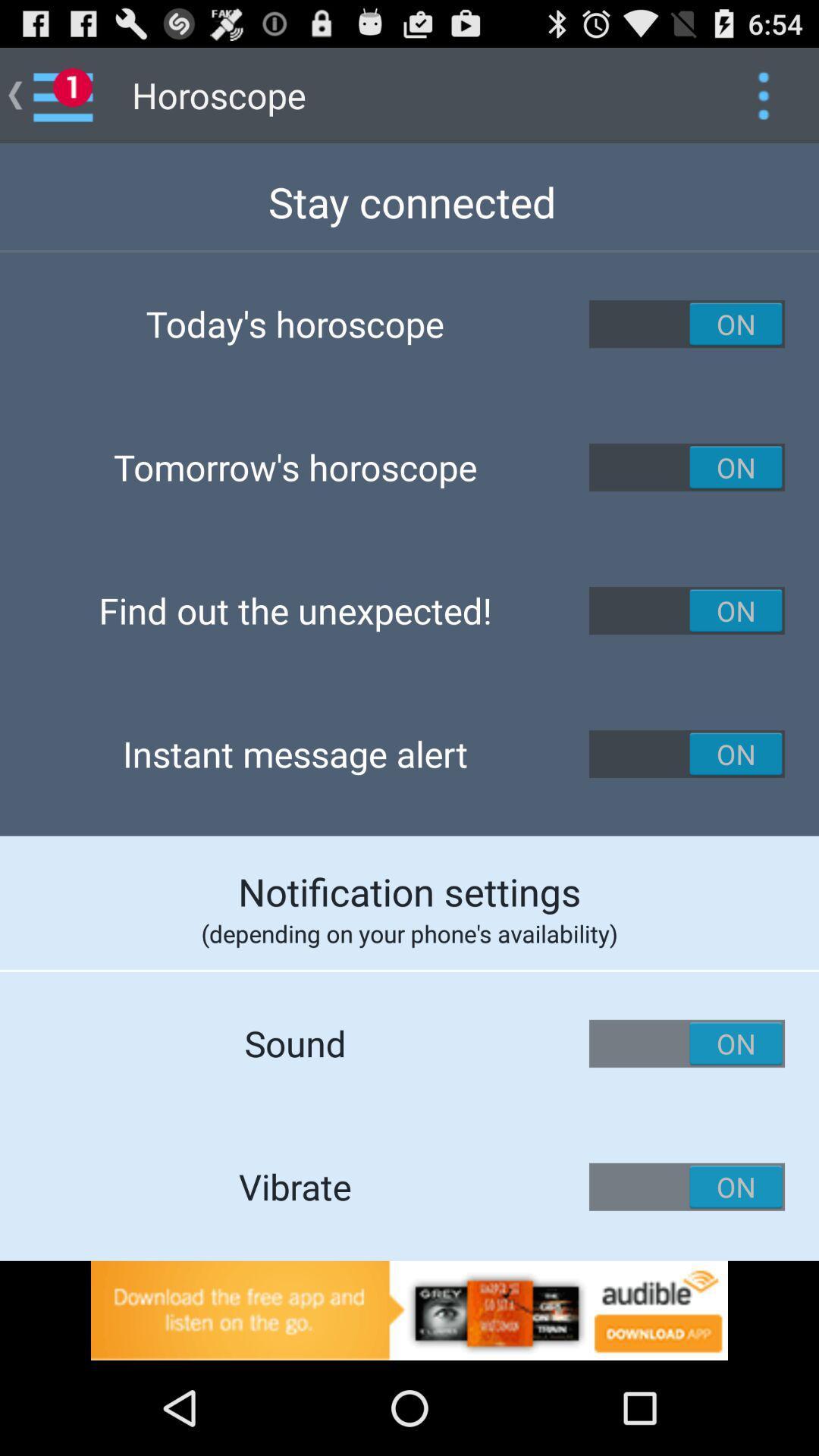 This screenshot has width=819, height=1456. Describe the element at coordinates (687, 323) in the screenshot. I see `to know todays horoscope` at that location.